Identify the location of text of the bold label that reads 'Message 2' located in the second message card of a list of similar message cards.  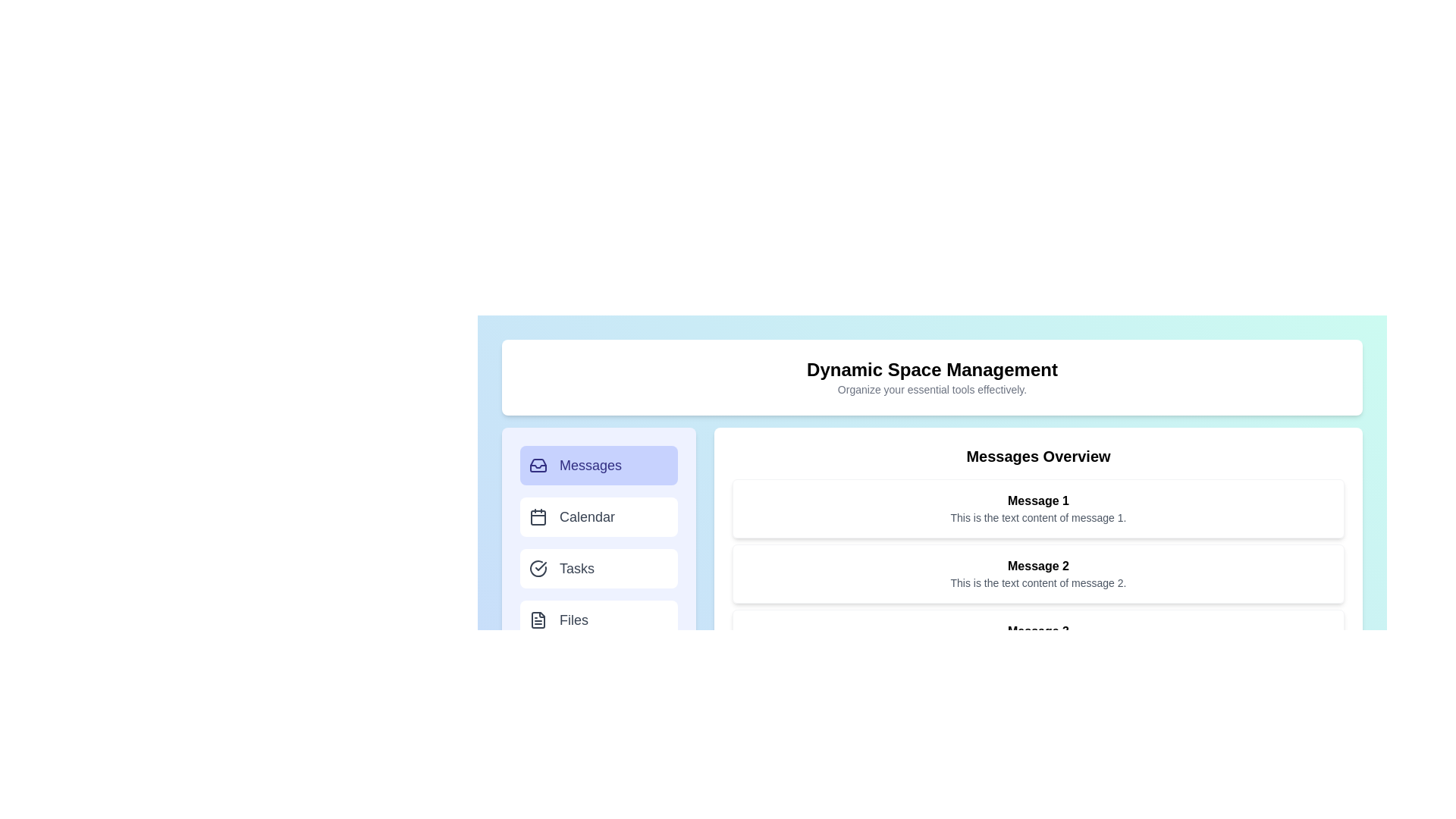
(1037, 566).